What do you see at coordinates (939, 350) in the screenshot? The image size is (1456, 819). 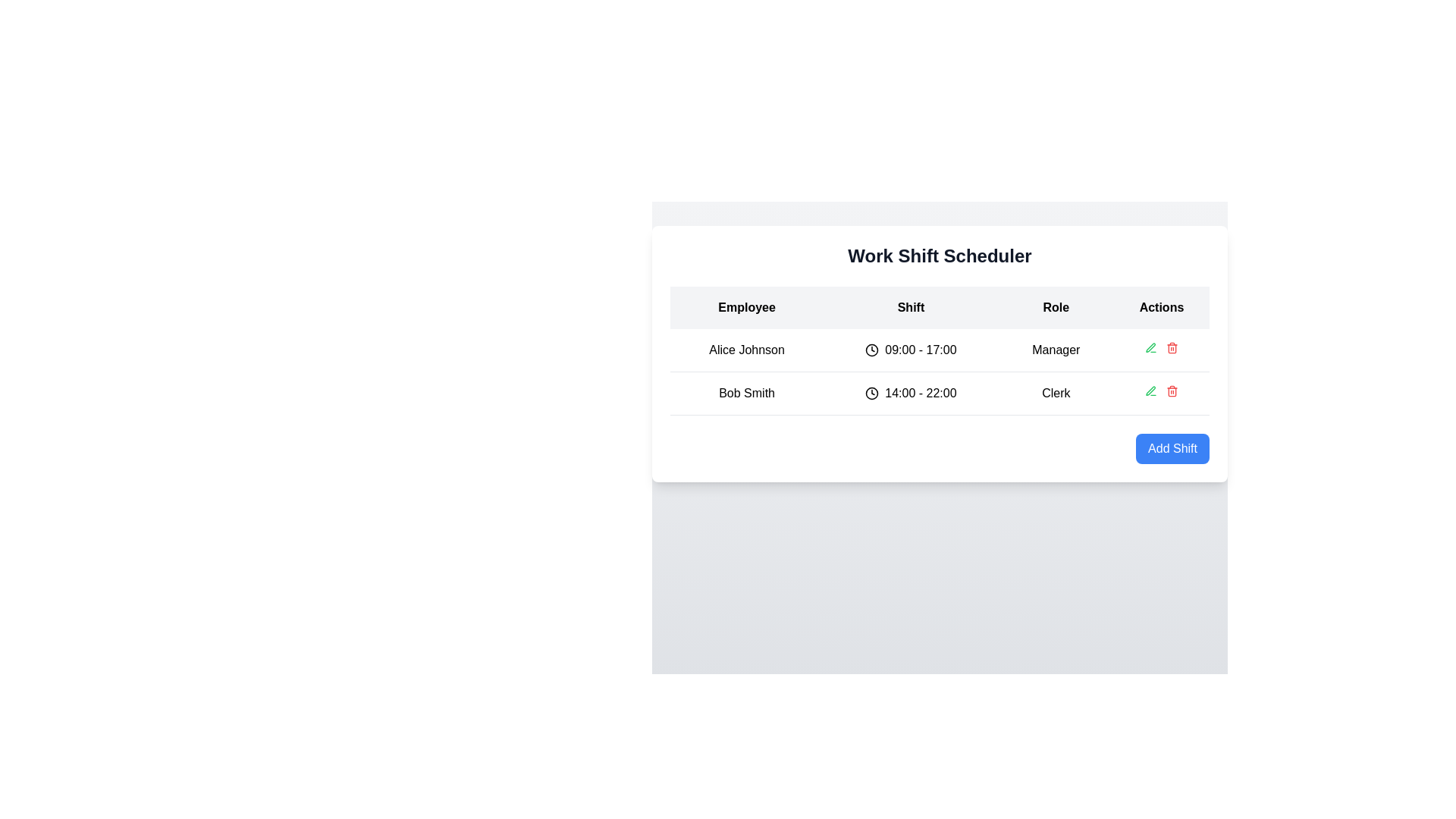 I see `individual cells or icons in the table displaying work shifts for employees by clicking on the respective cell` at bounding box center [939, 350].